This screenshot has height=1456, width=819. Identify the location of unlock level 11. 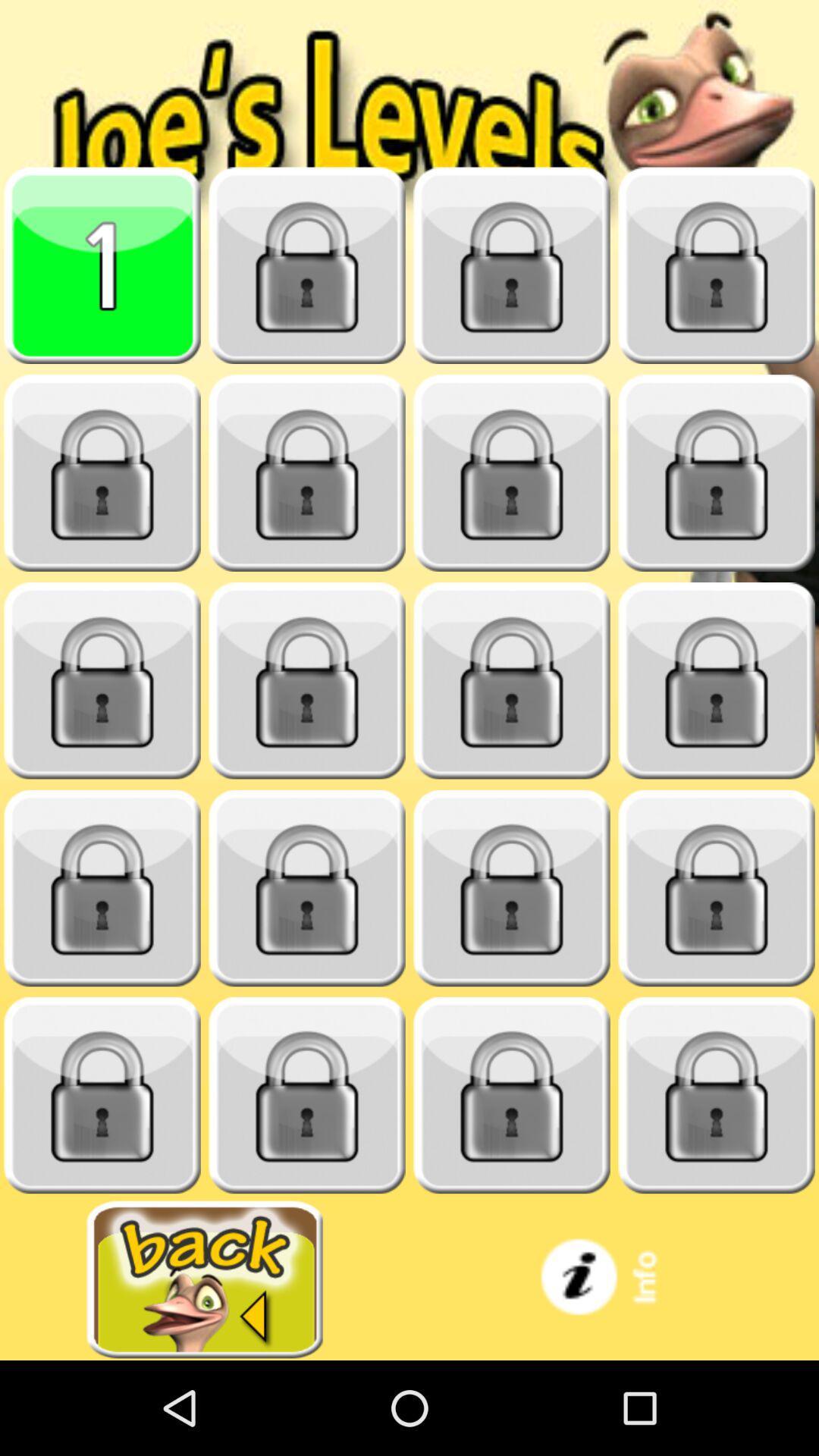
(512, 680).